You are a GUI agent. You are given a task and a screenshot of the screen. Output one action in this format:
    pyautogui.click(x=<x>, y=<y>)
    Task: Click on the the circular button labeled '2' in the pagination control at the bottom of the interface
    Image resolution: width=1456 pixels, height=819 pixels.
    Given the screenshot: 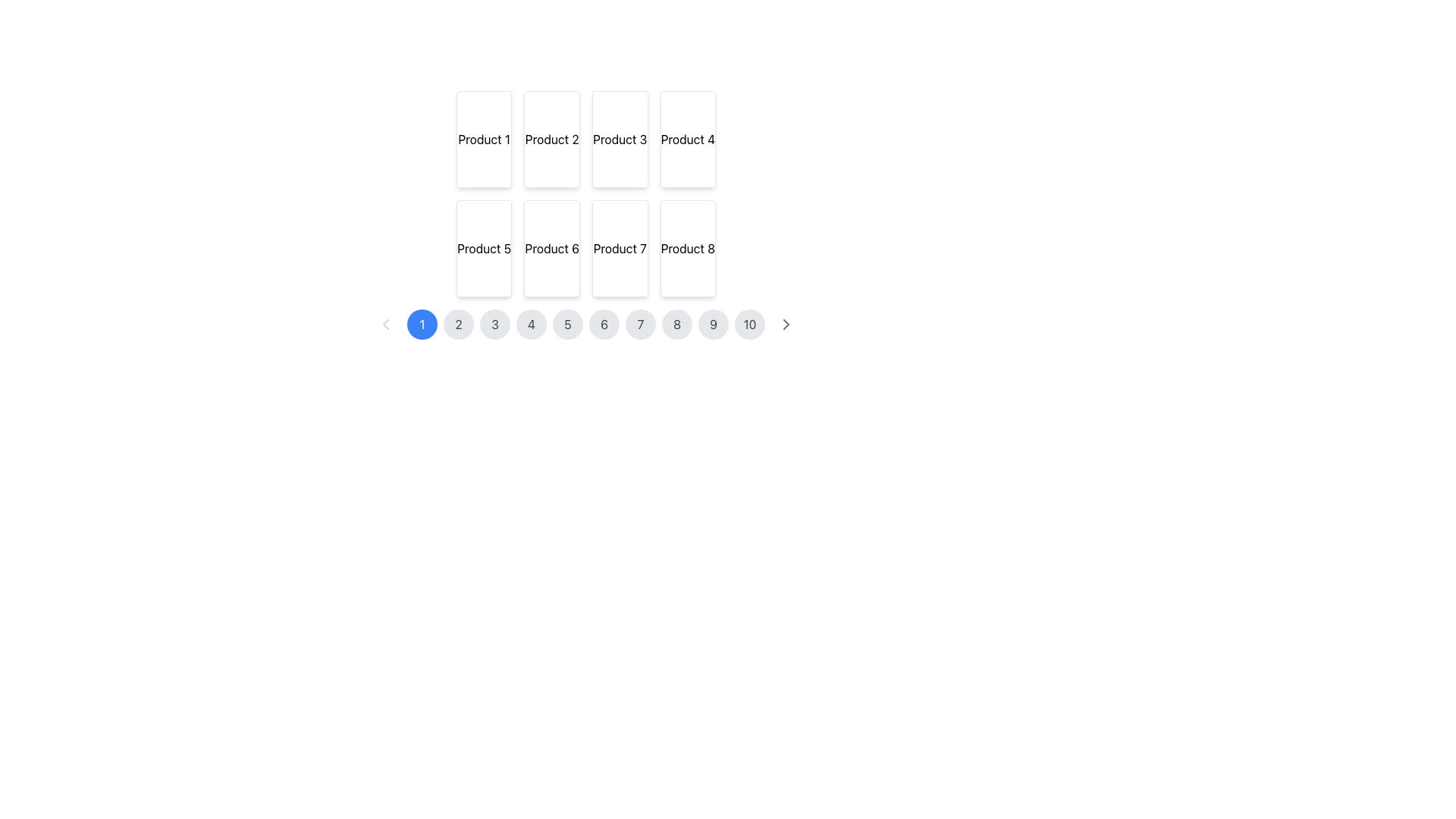 What is the action you would take?
    pyautogui.click(x=457, y=324)
    